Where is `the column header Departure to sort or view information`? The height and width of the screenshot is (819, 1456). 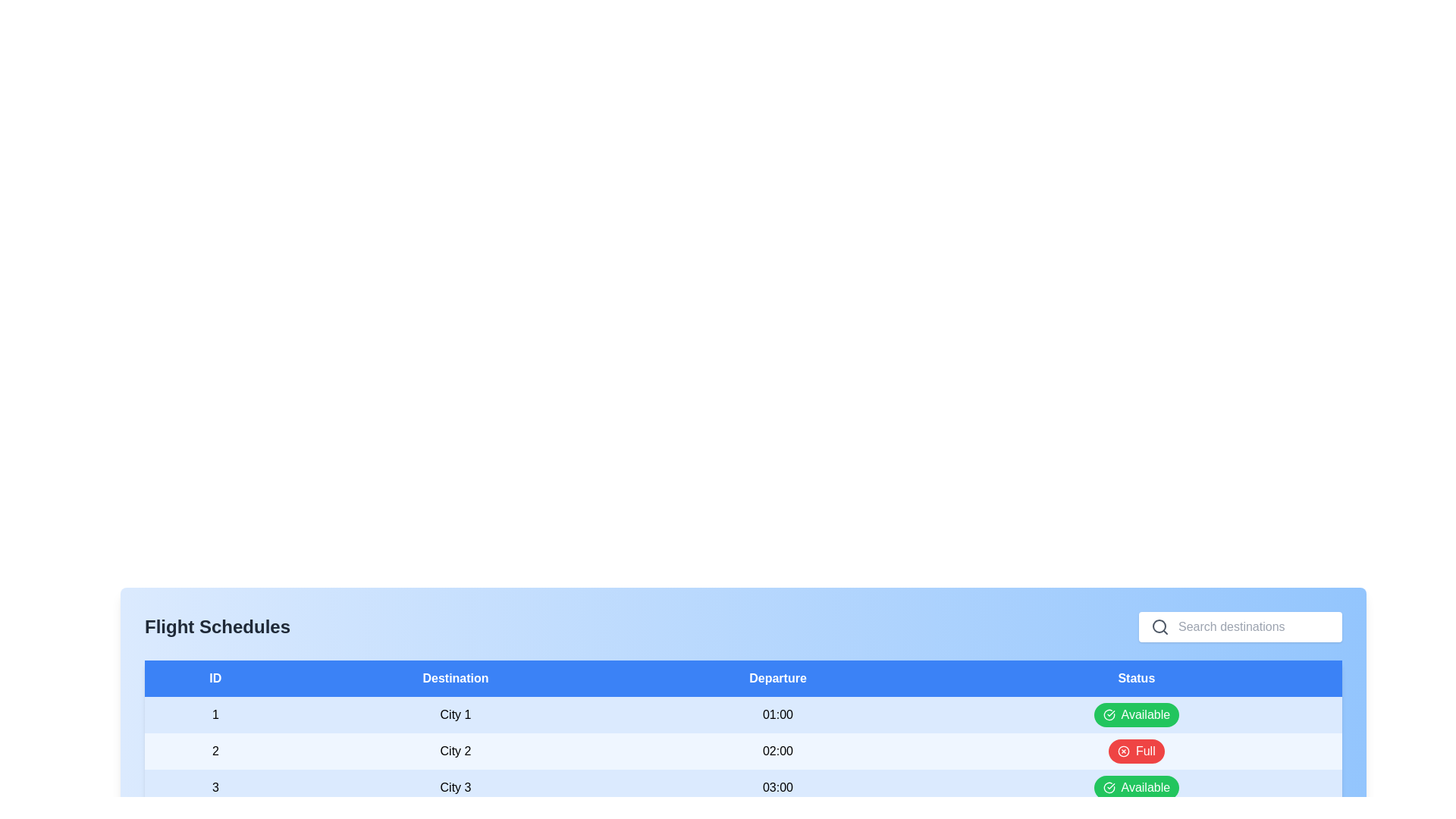
the column header Departure to sort or view information is located at coordinates (778, 677).